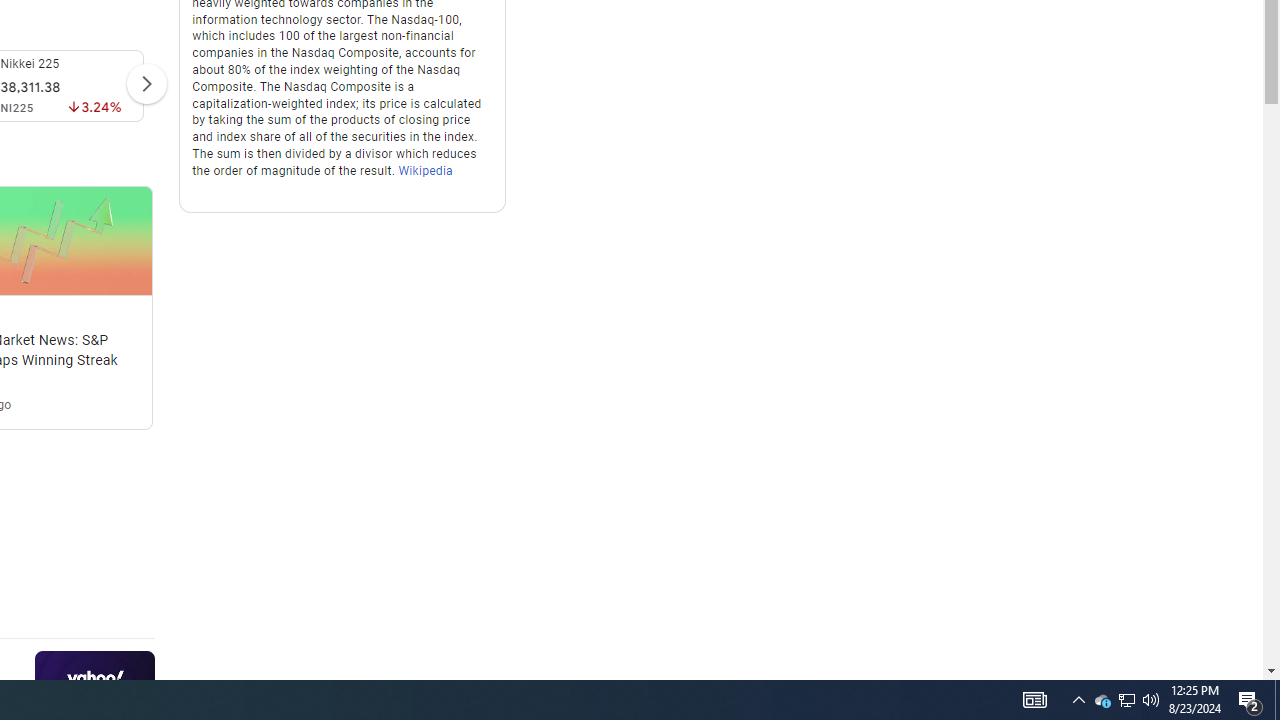  What do you see at coordinates (424, 169) in the screenshot?
I see `'Wikipedia'` at bounding box center [424, 169].